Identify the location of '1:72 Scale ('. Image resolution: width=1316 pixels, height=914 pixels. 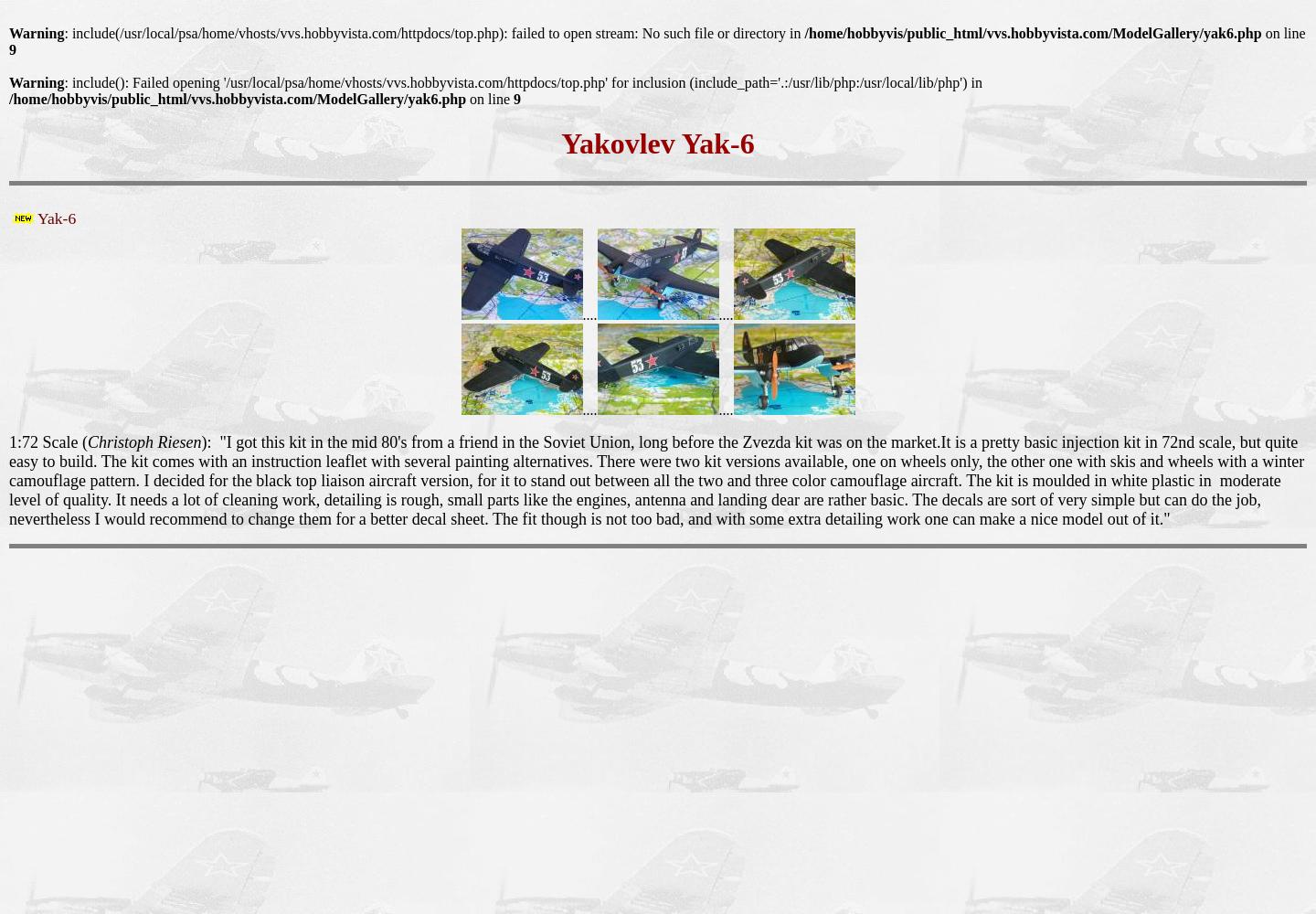
(47, 441).